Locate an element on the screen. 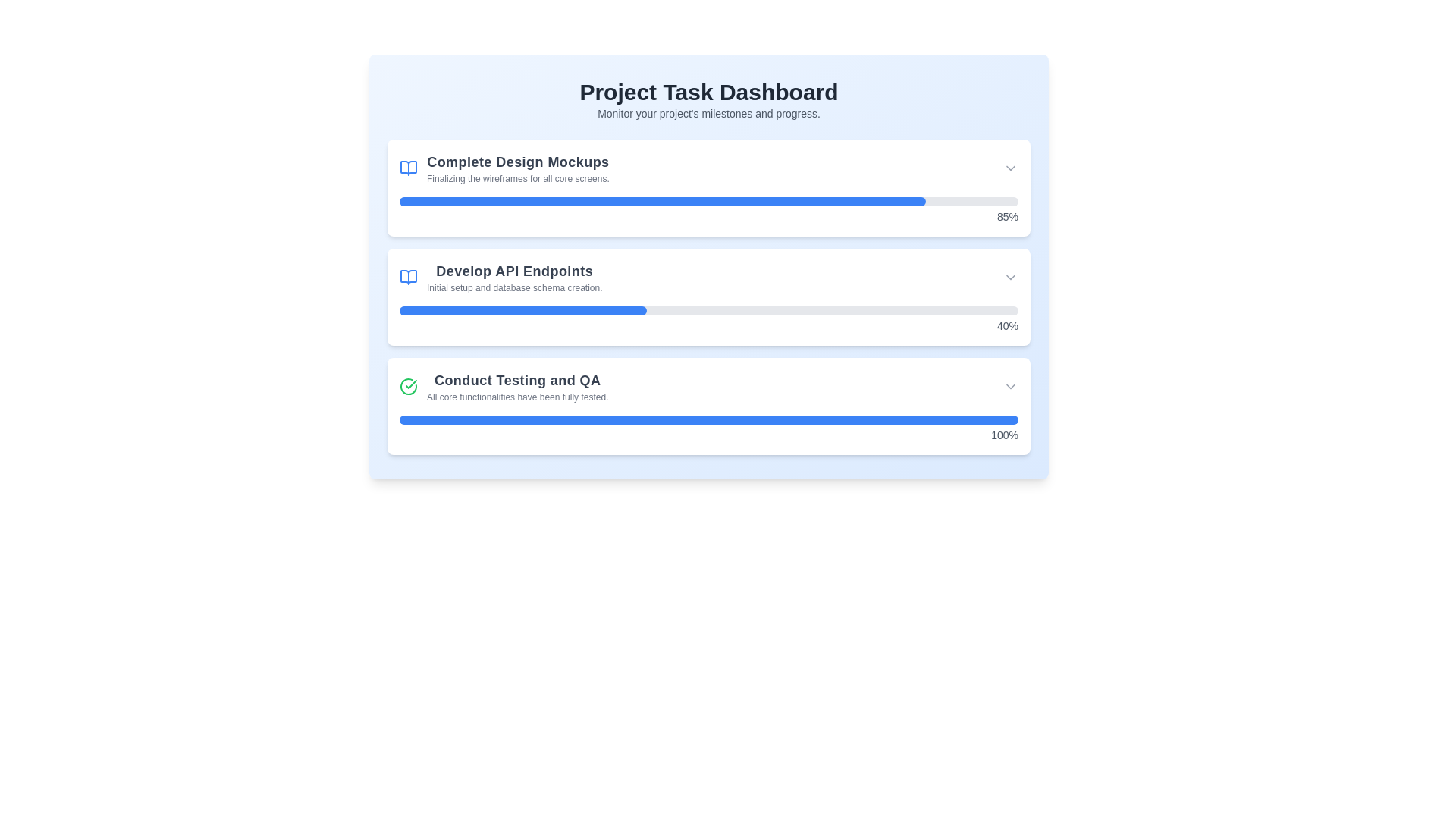 The width and height of the screenshot is (1456, 819). the icon that serves as a visual indicator for the task category associated with 'Complete Design Mockups' by is located at coordinates (408, 168).